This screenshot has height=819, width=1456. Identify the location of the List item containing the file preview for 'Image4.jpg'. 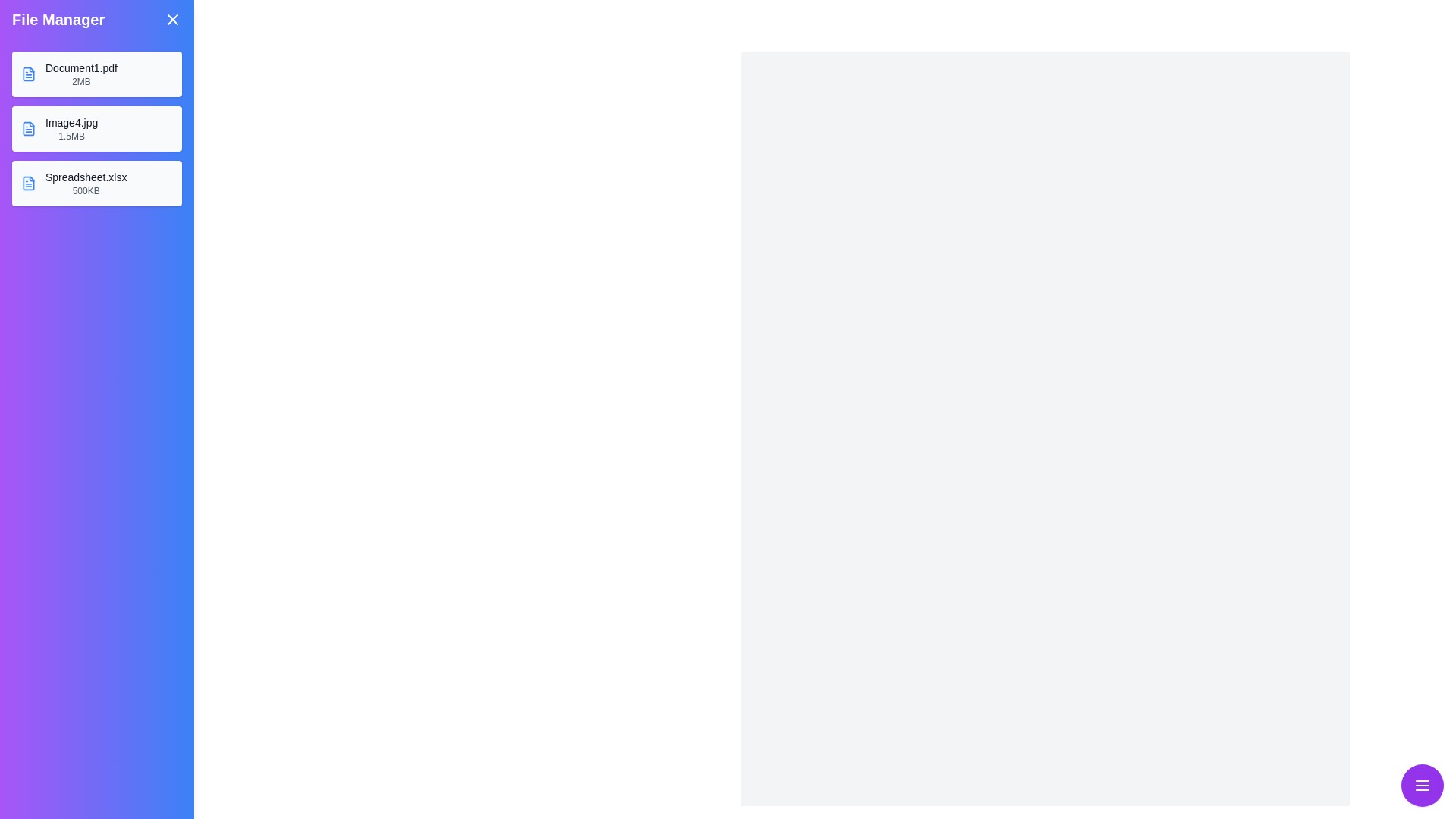
(96, 127).